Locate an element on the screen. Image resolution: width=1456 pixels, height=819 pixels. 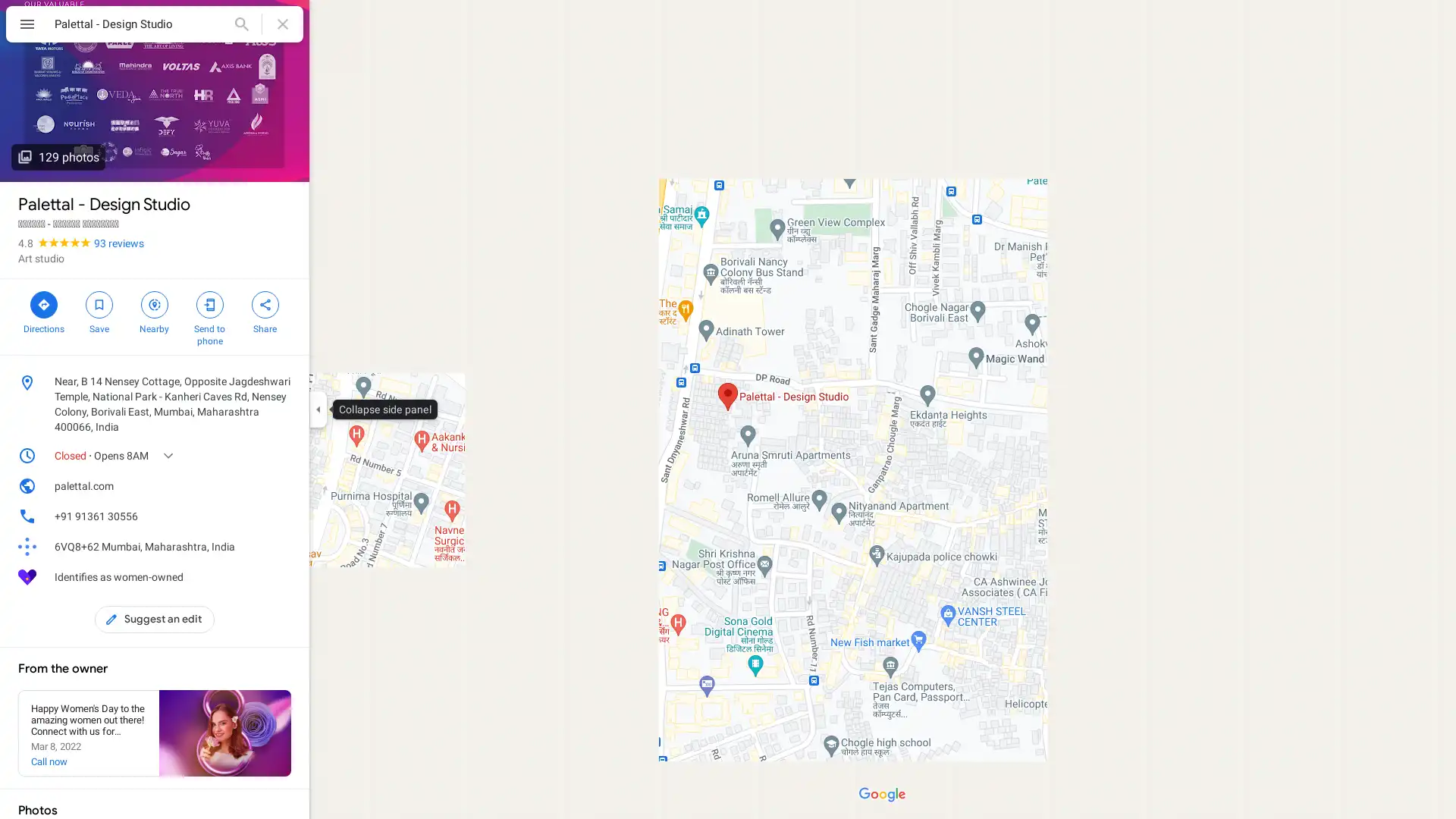
93 reviews is located at coordinates (118, 242).